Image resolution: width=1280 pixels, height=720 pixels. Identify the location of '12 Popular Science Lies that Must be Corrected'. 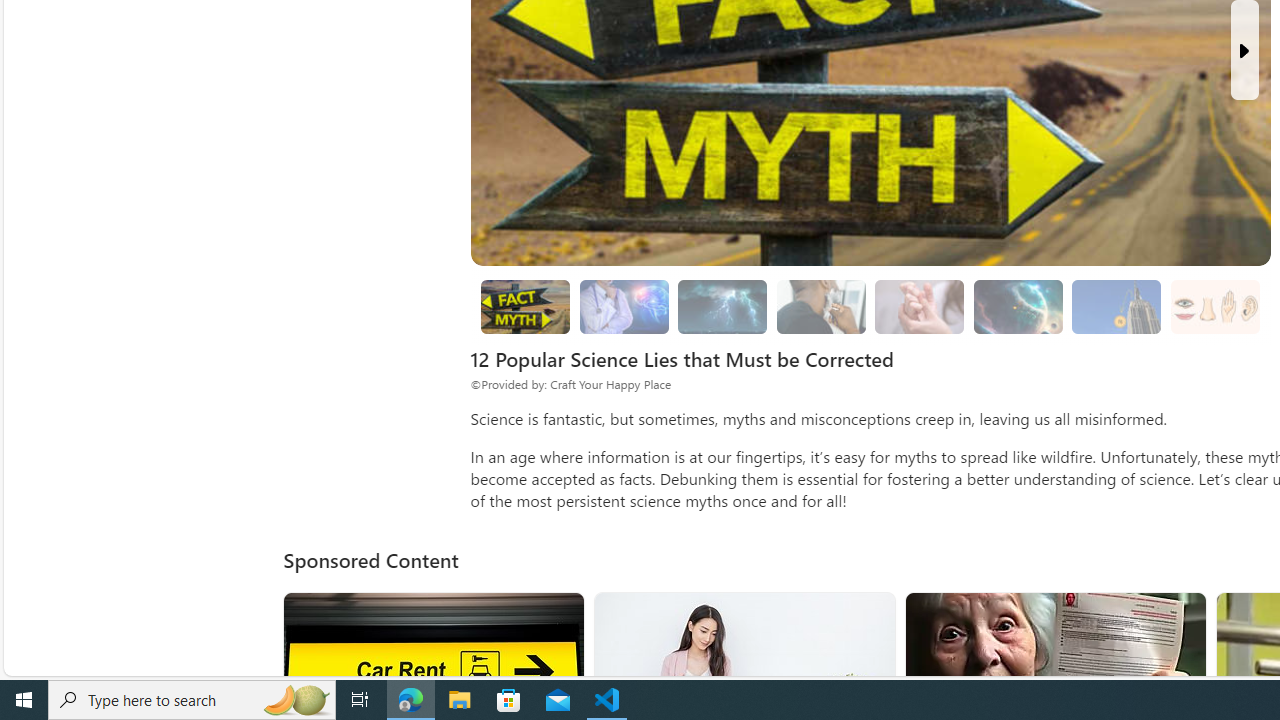
(526, 307).